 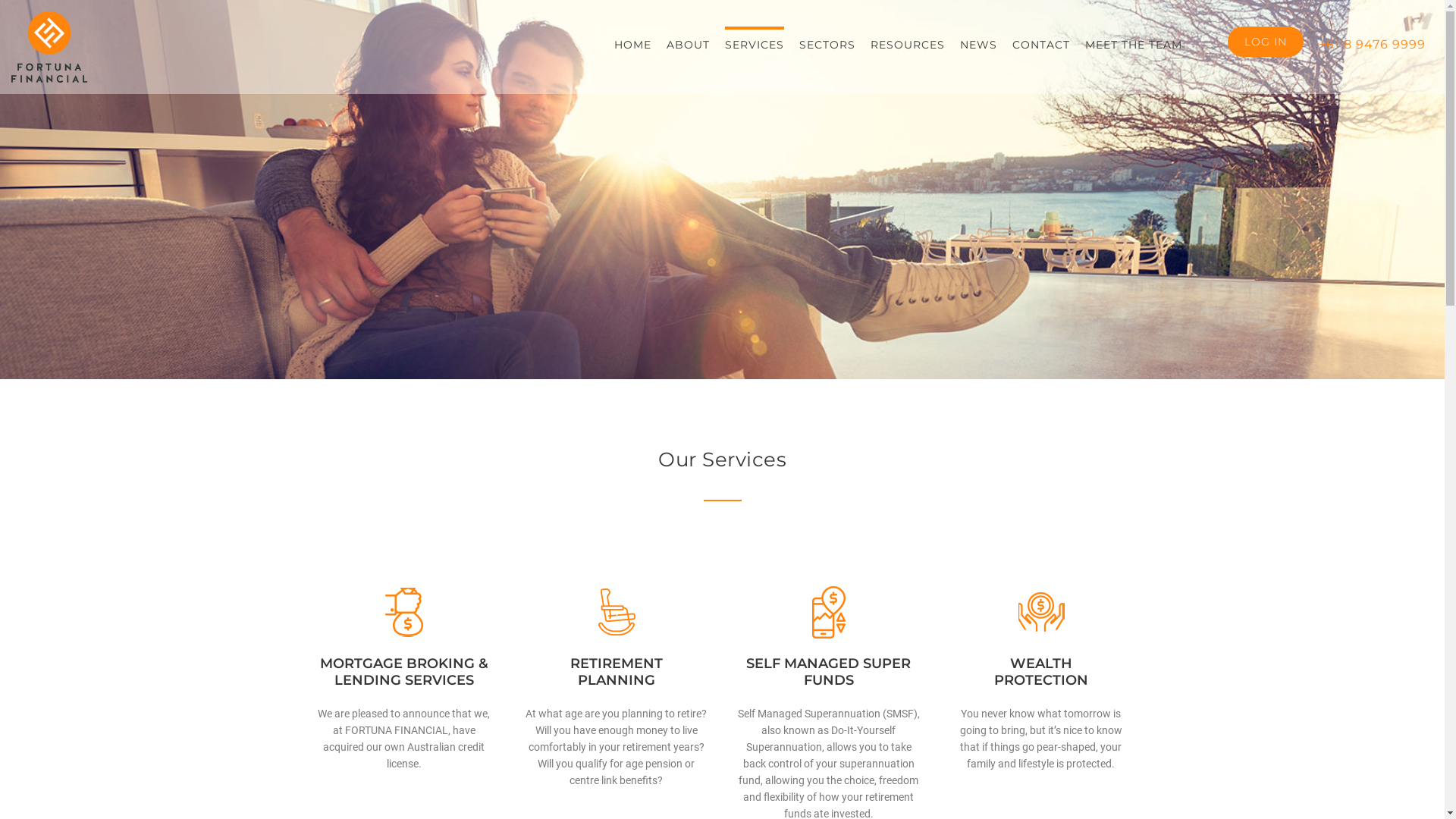 What do you see at coordinates (907, 42) in the screenshot?
I see `'RESOURCES'` at bounding box center [907, 42].